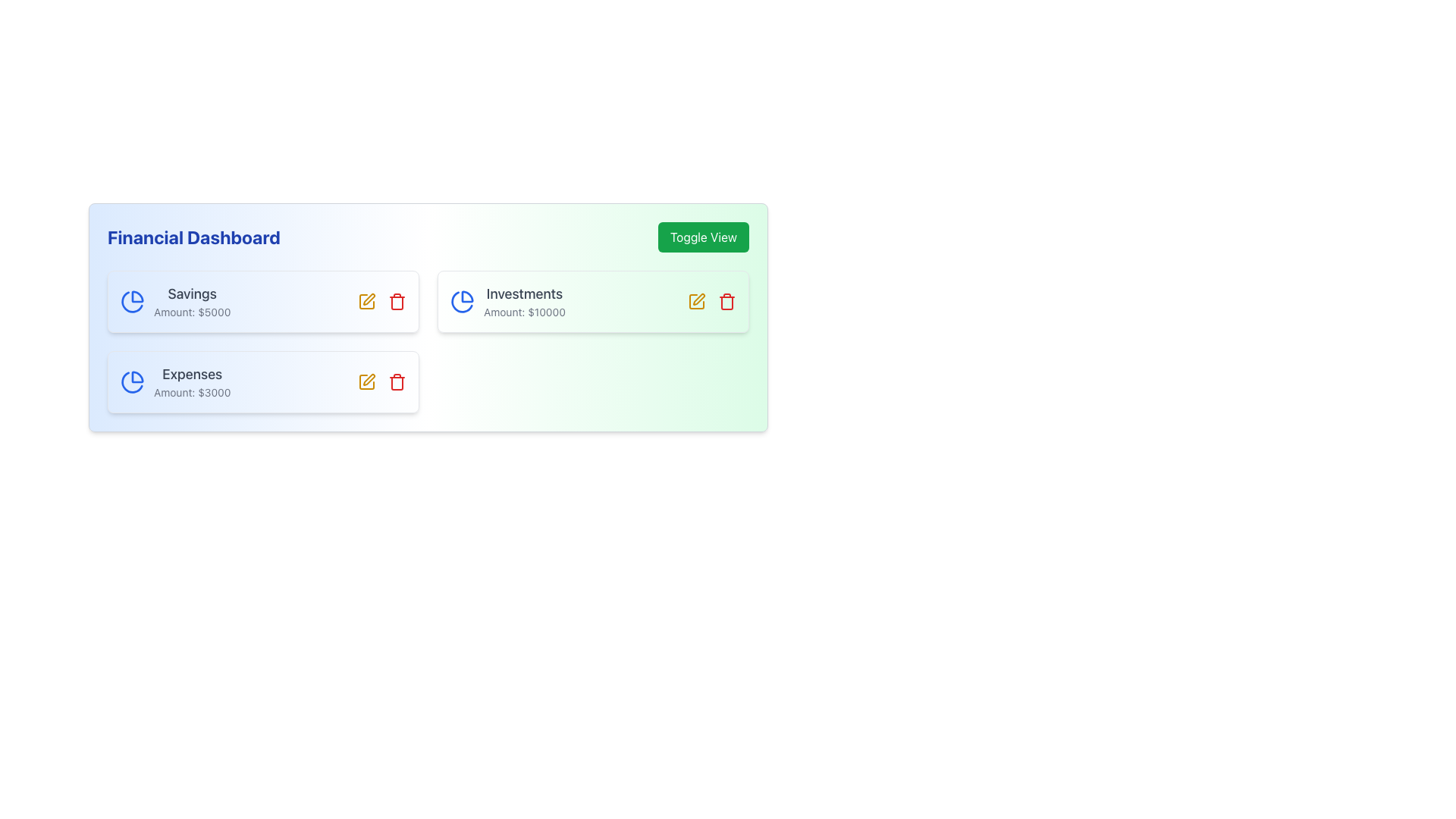 The height and width of the screenshot is (819, 1456). What do you see at coordinates (382, 301) in the screenshot?
I see `the yellow pencil icon` at bounding box center [382, 301].